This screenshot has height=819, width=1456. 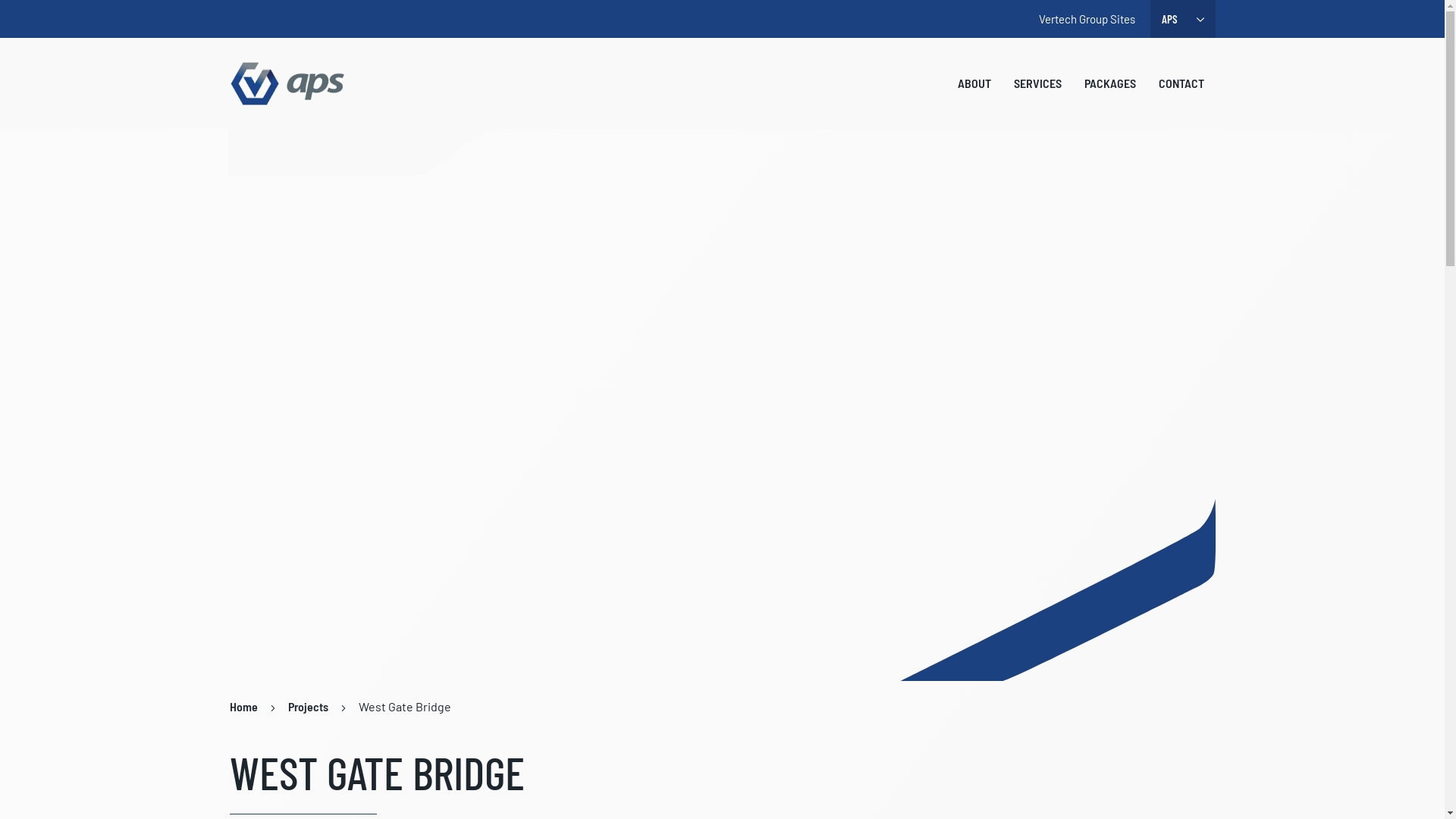 What do you see at coordinates (307, 707) in the screenshot?
I see `'Projects'` at bounding box center [307, 707].